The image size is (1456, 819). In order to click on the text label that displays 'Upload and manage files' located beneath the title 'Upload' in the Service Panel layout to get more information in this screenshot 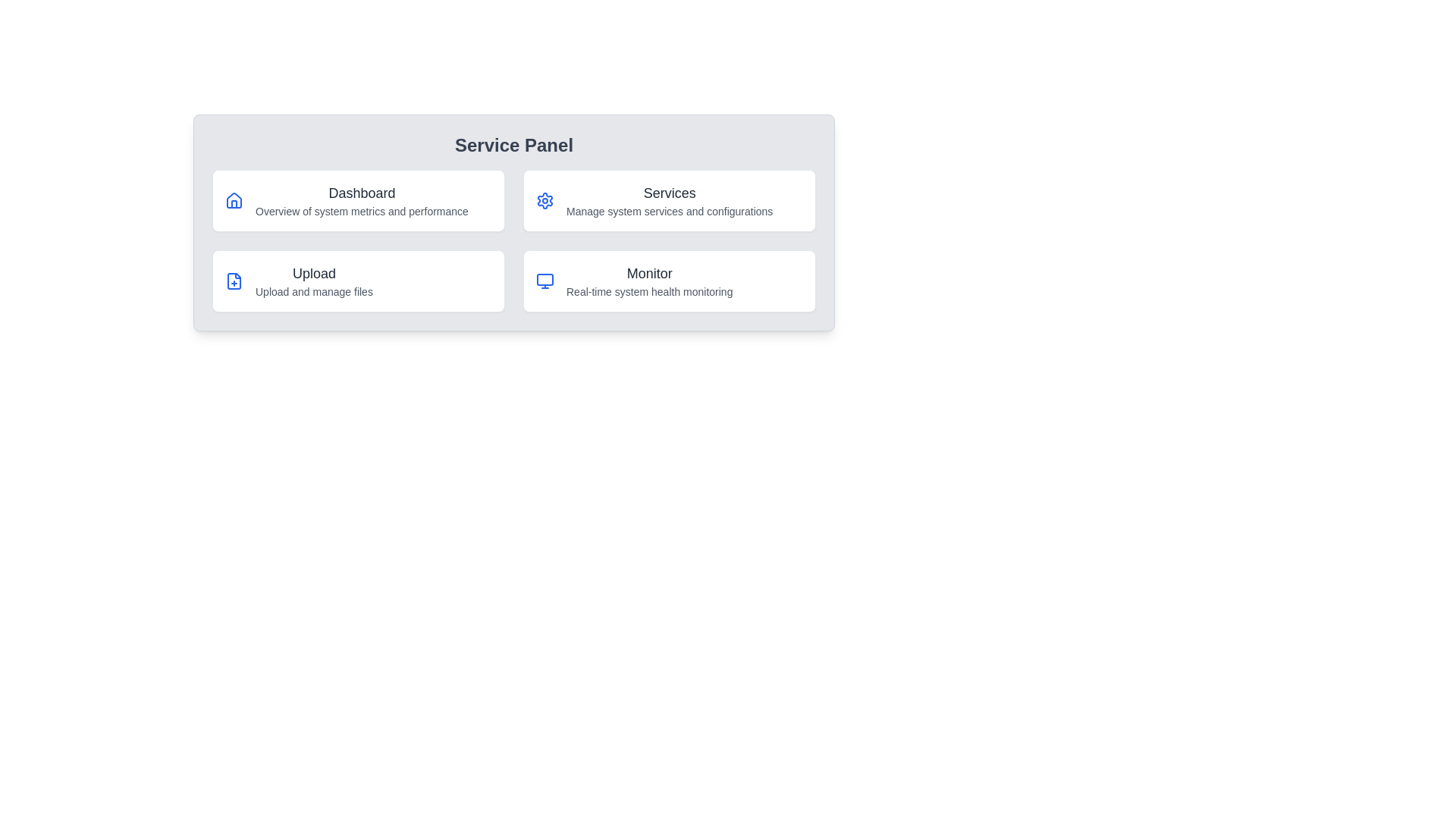, I will do `click(313, 292)`.